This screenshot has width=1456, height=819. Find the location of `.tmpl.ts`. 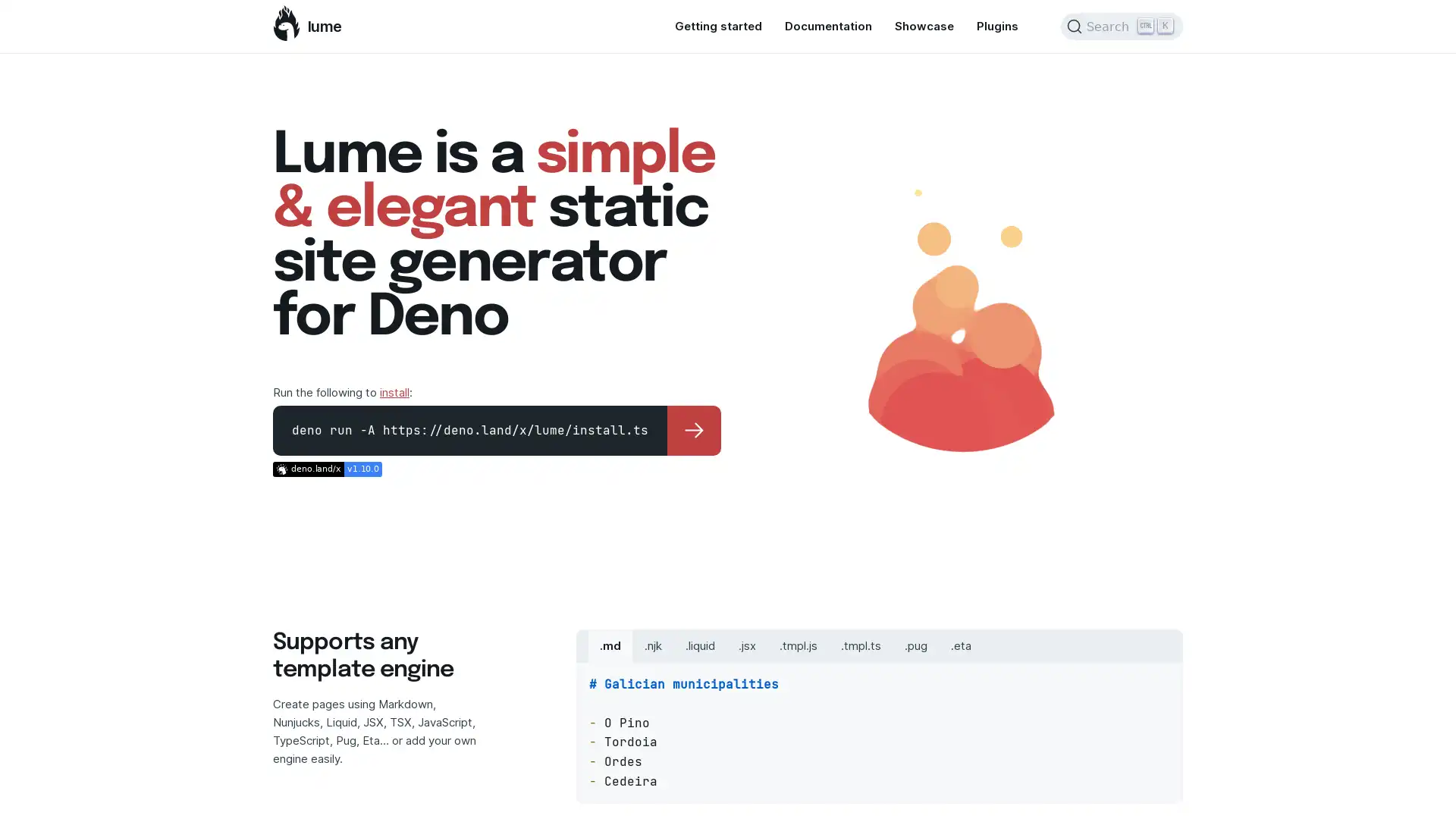

.tmpl.ts is located at coordinates (861, 645).